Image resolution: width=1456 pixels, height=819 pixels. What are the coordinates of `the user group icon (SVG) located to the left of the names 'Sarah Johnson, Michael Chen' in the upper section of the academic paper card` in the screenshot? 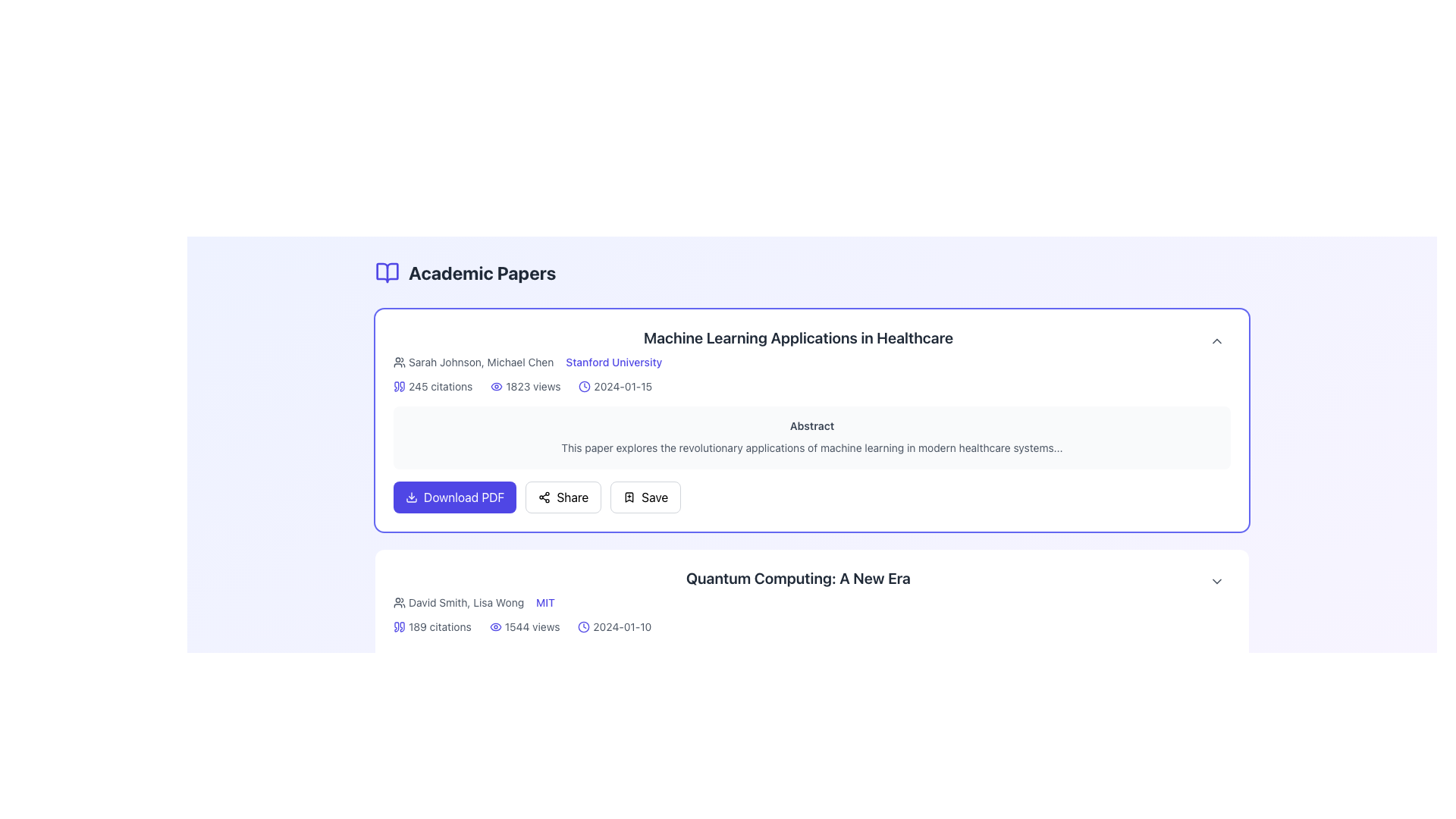 It's located at (400, 362).